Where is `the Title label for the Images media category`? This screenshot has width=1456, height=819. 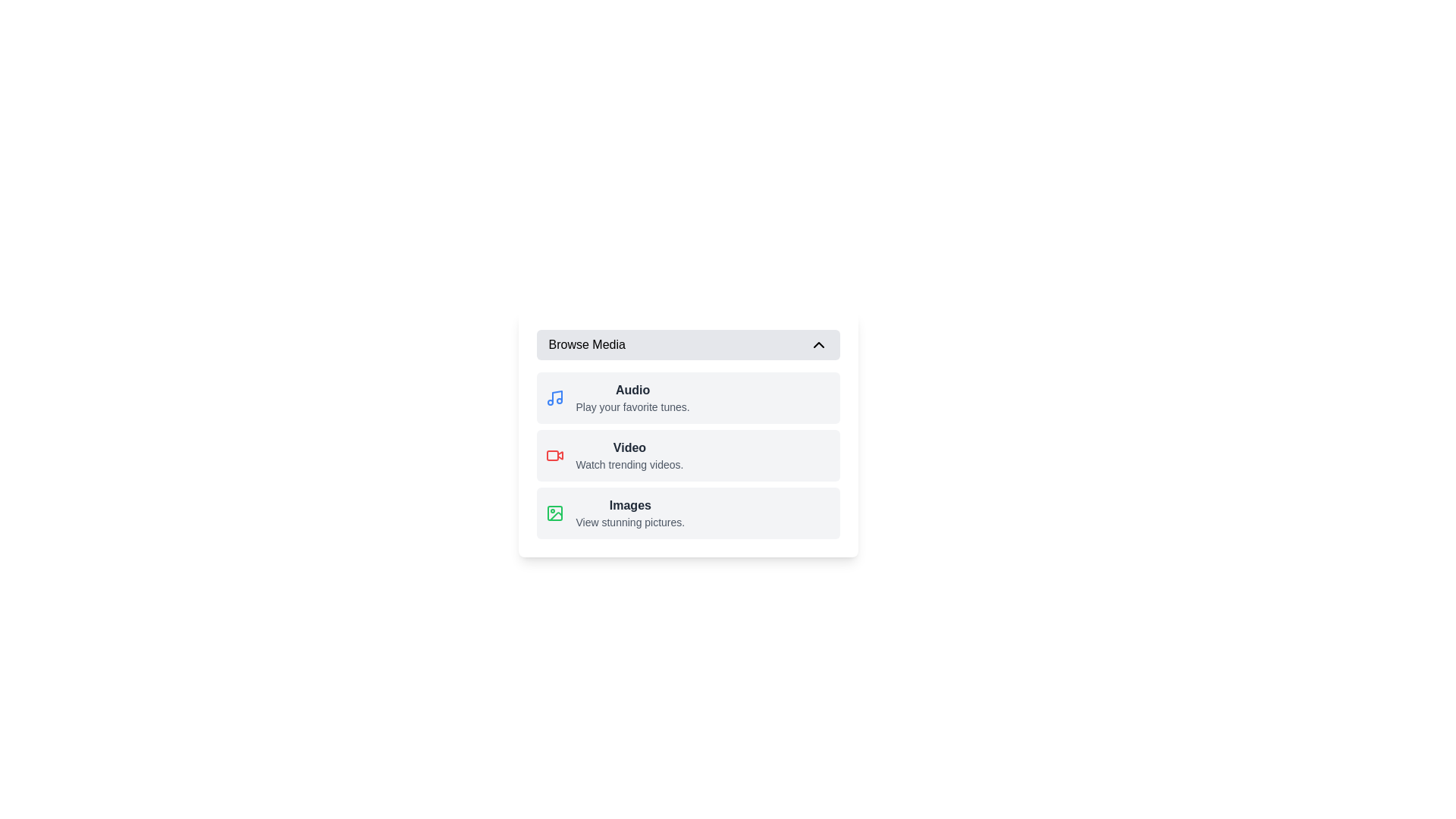
the Title label for the Images media category is located at coordinates (630, 506).